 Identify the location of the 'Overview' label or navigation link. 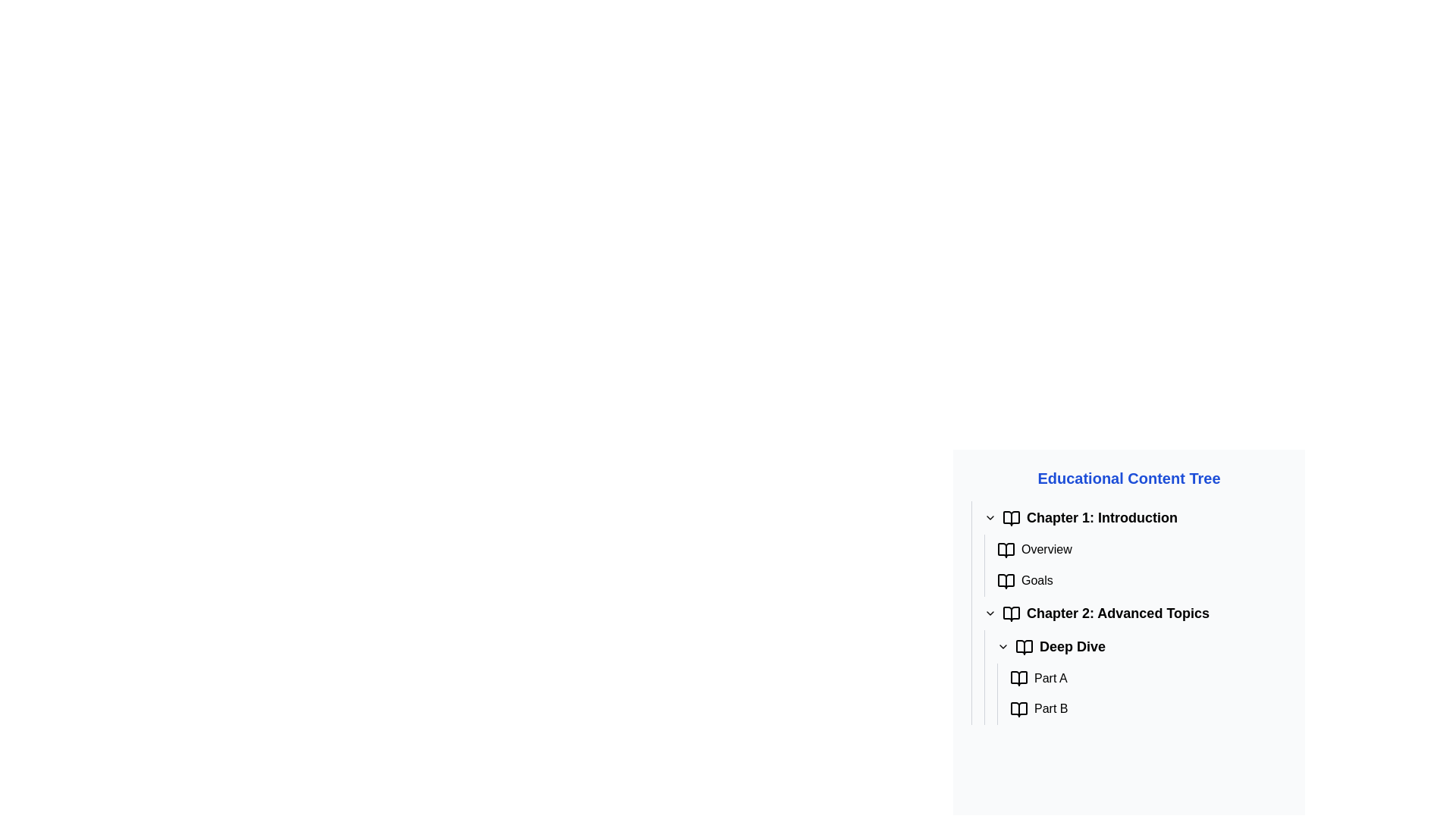
(1142, 550).